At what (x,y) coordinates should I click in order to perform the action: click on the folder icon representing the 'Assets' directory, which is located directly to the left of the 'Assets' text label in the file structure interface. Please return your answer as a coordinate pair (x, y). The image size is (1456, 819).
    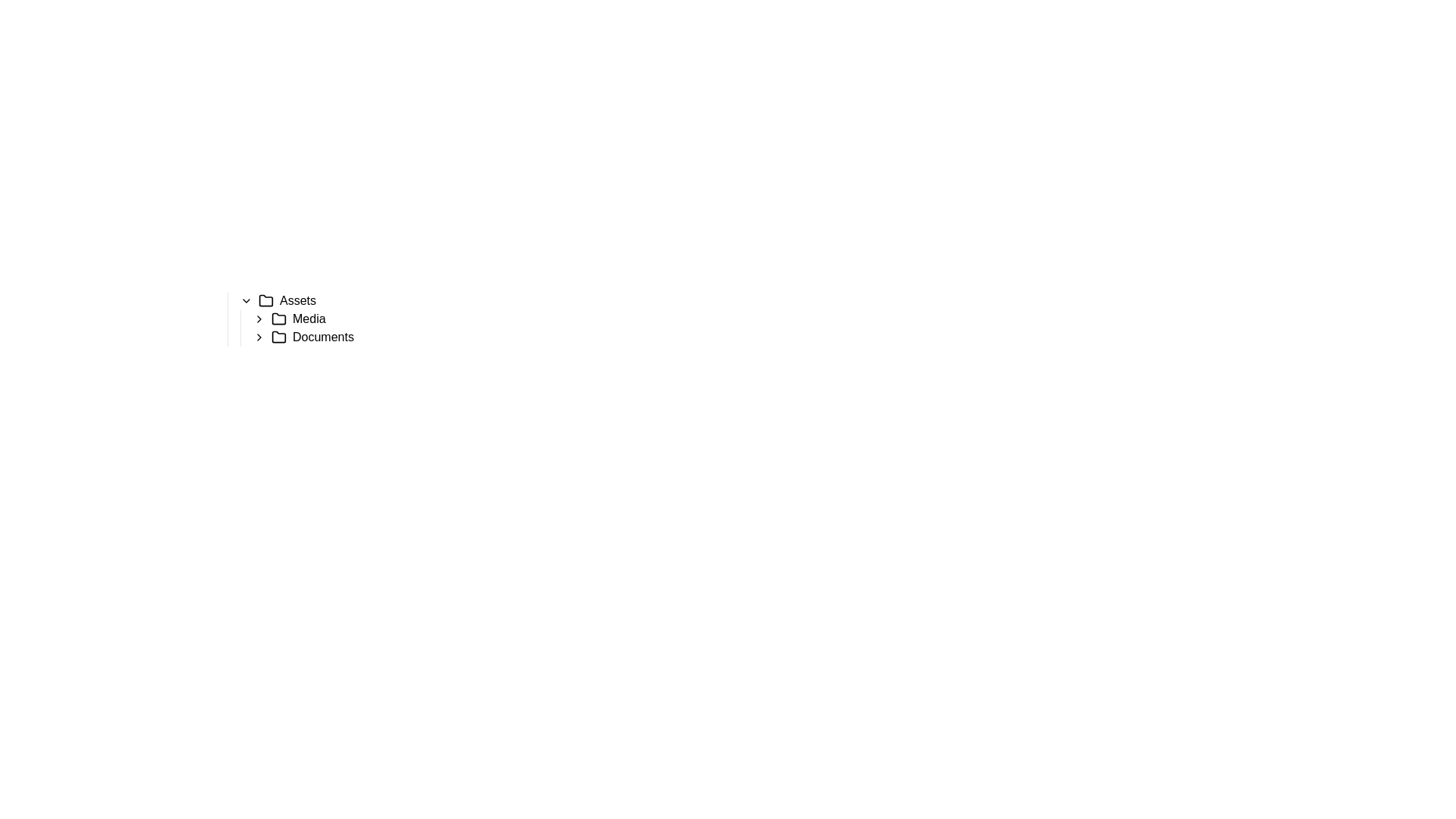
    Looking at the image, I should click on (265, 300).